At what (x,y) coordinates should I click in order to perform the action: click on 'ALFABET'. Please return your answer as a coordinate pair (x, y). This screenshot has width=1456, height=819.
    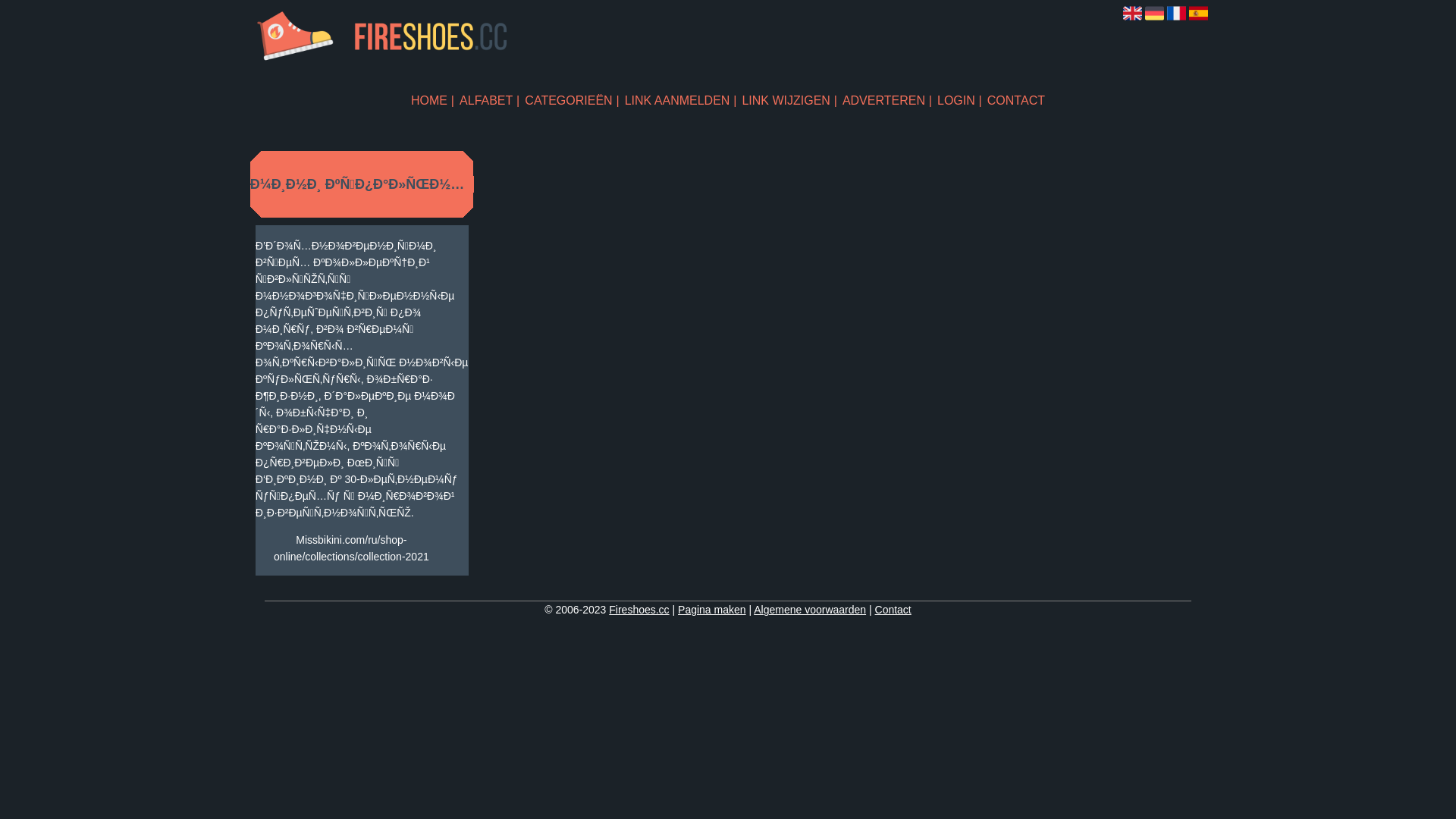
    Looking at the image, I should click on (489, 100).